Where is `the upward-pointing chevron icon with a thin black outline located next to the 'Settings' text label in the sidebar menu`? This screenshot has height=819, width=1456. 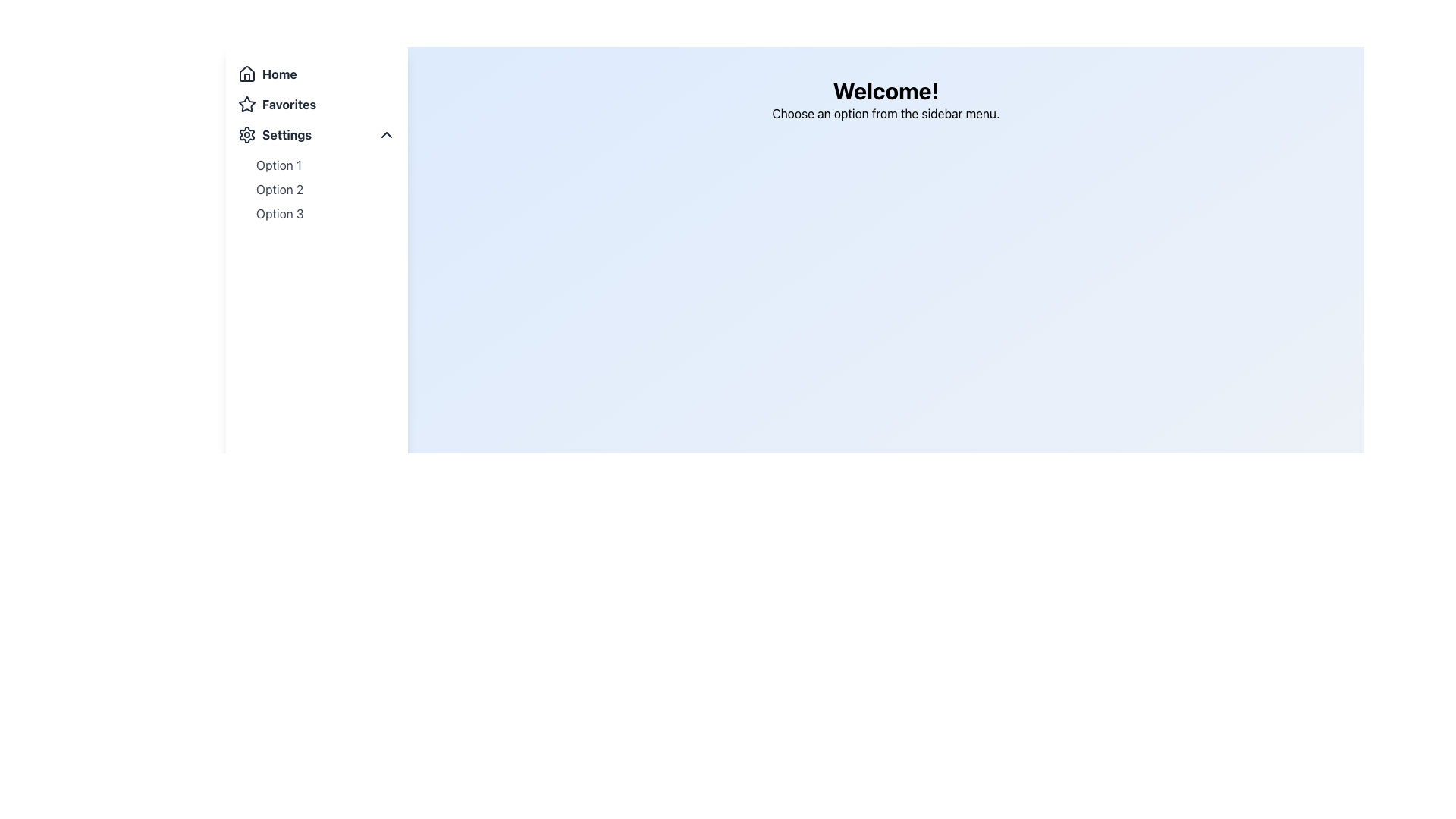
the upward-pointing chevron icon with a thin black outline located next to the 'Settings' text label in the sidebar menu is located at coordinates (386, 133).